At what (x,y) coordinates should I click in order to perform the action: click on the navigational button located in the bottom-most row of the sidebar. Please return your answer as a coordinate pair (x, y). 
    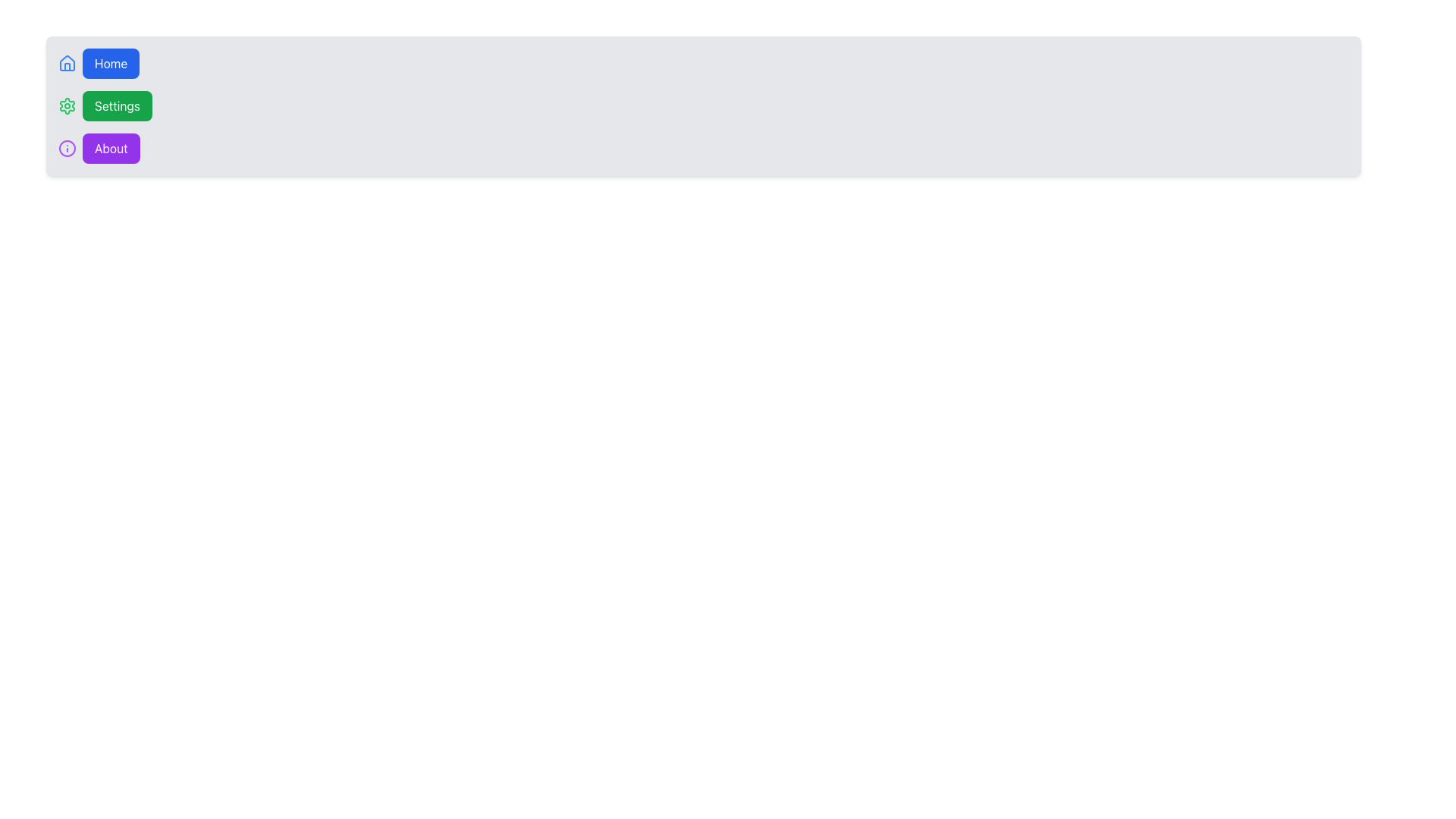
    Looking at the image, I should click on (110, 149).